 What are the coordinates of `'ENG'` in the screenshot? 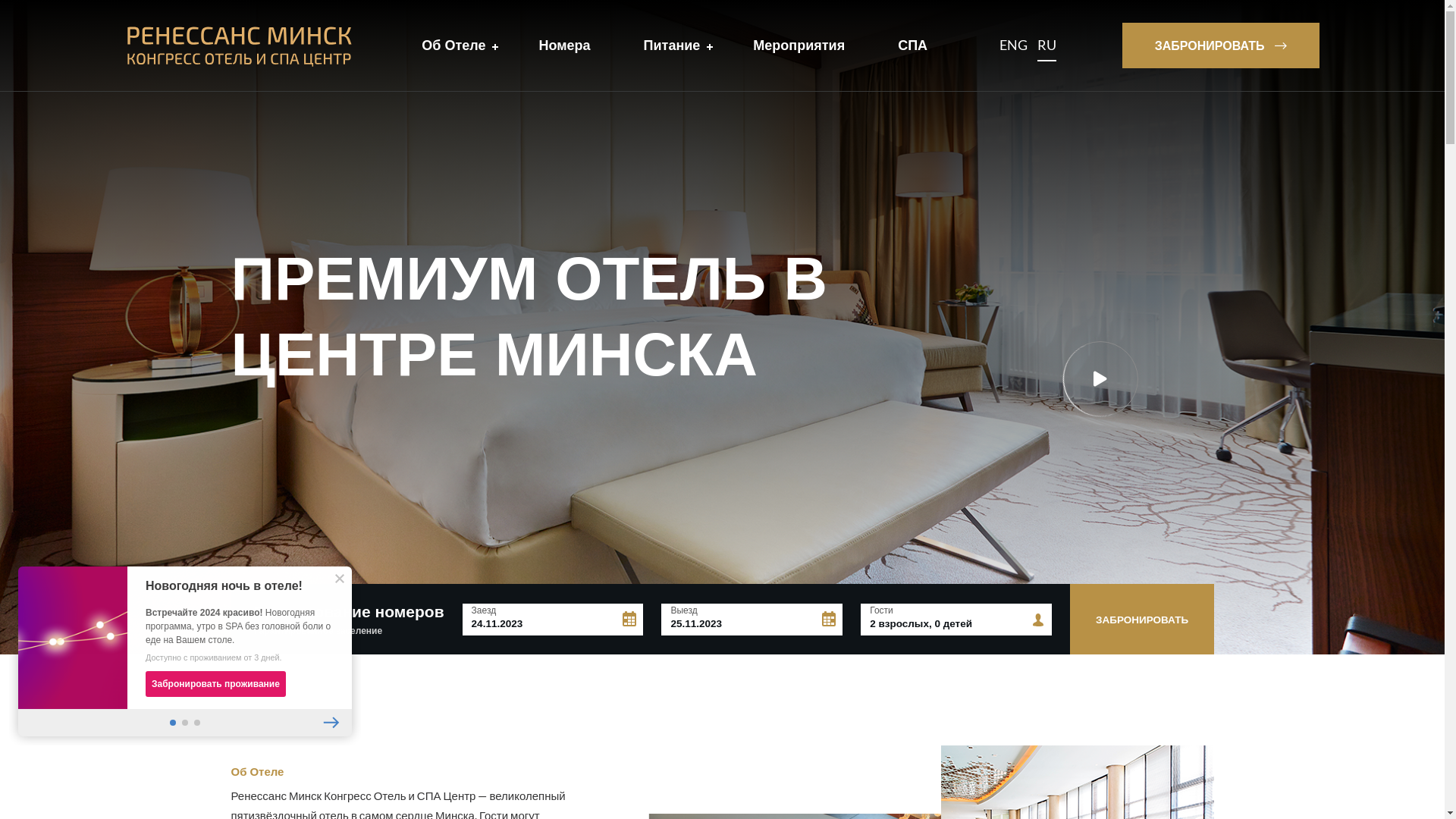 It's located at (1013, 45).